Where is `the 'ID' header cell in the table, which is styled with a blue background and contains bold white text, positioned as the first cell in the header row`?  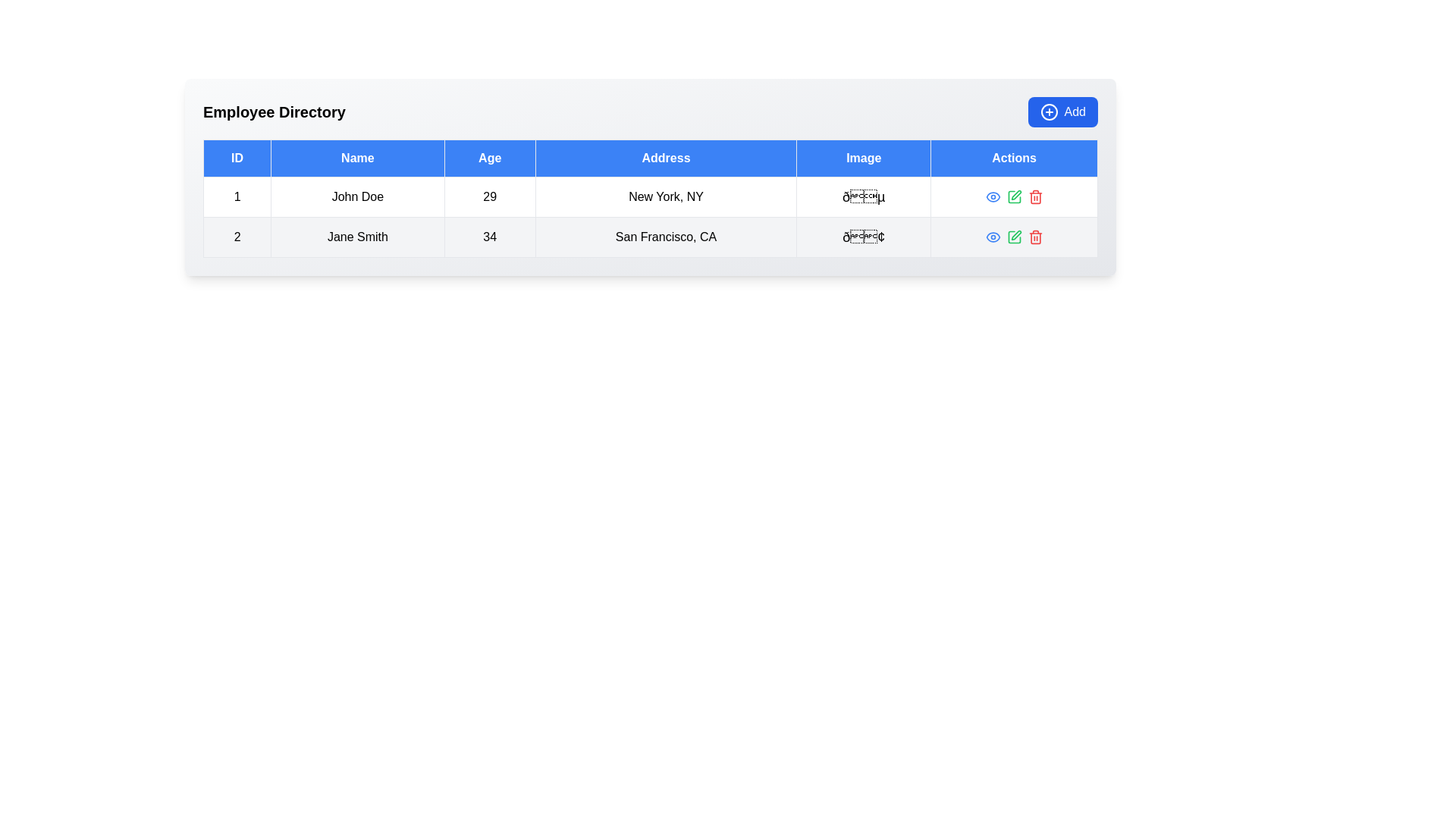 the 'ID' header cell in the table, which is styled with a blue background and contains bold white text, positioned as the first cell in the header row is located at coordinates (237, 158).